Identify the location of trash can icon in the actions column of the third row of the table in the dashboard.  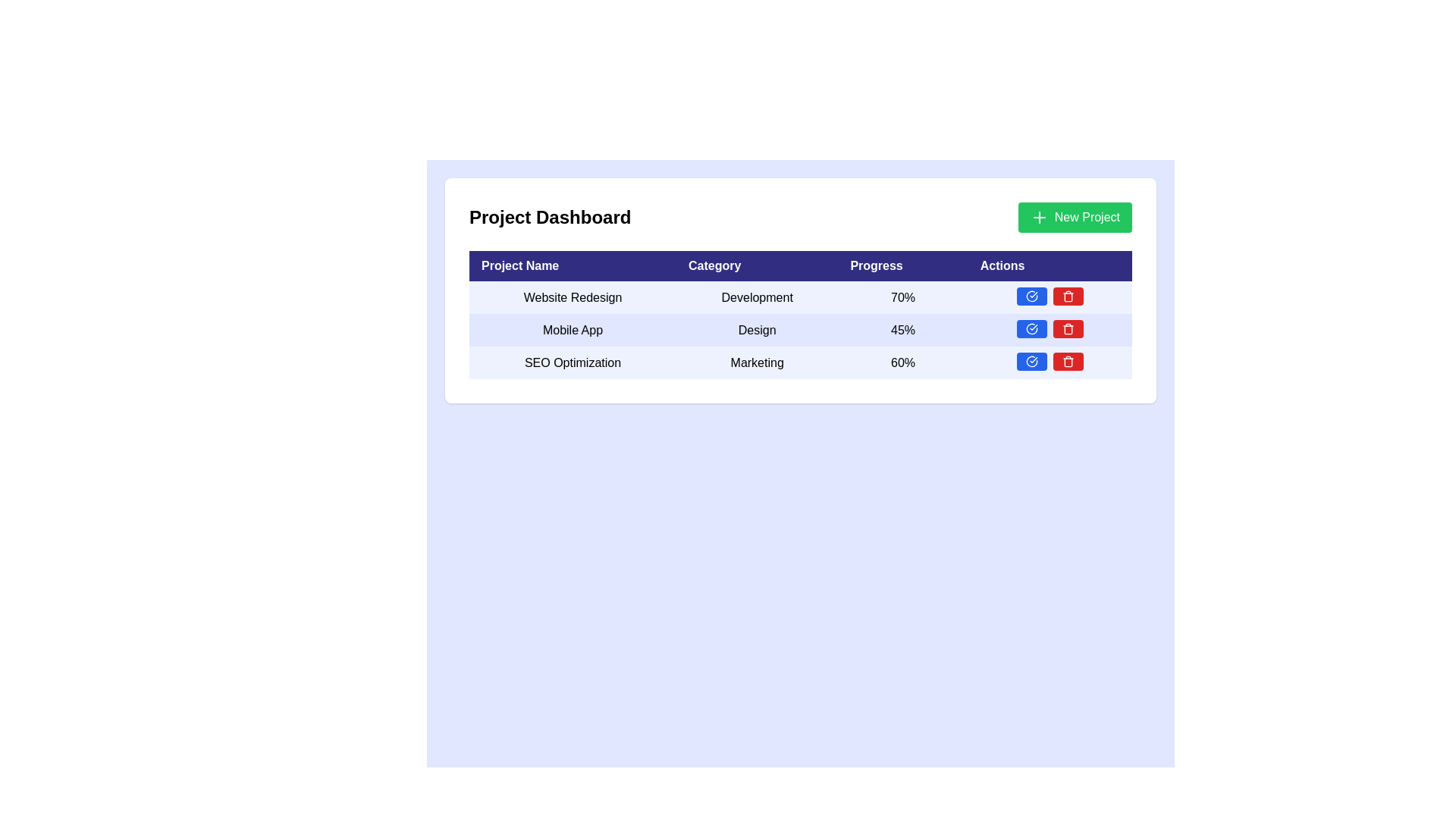
(1067, 362).